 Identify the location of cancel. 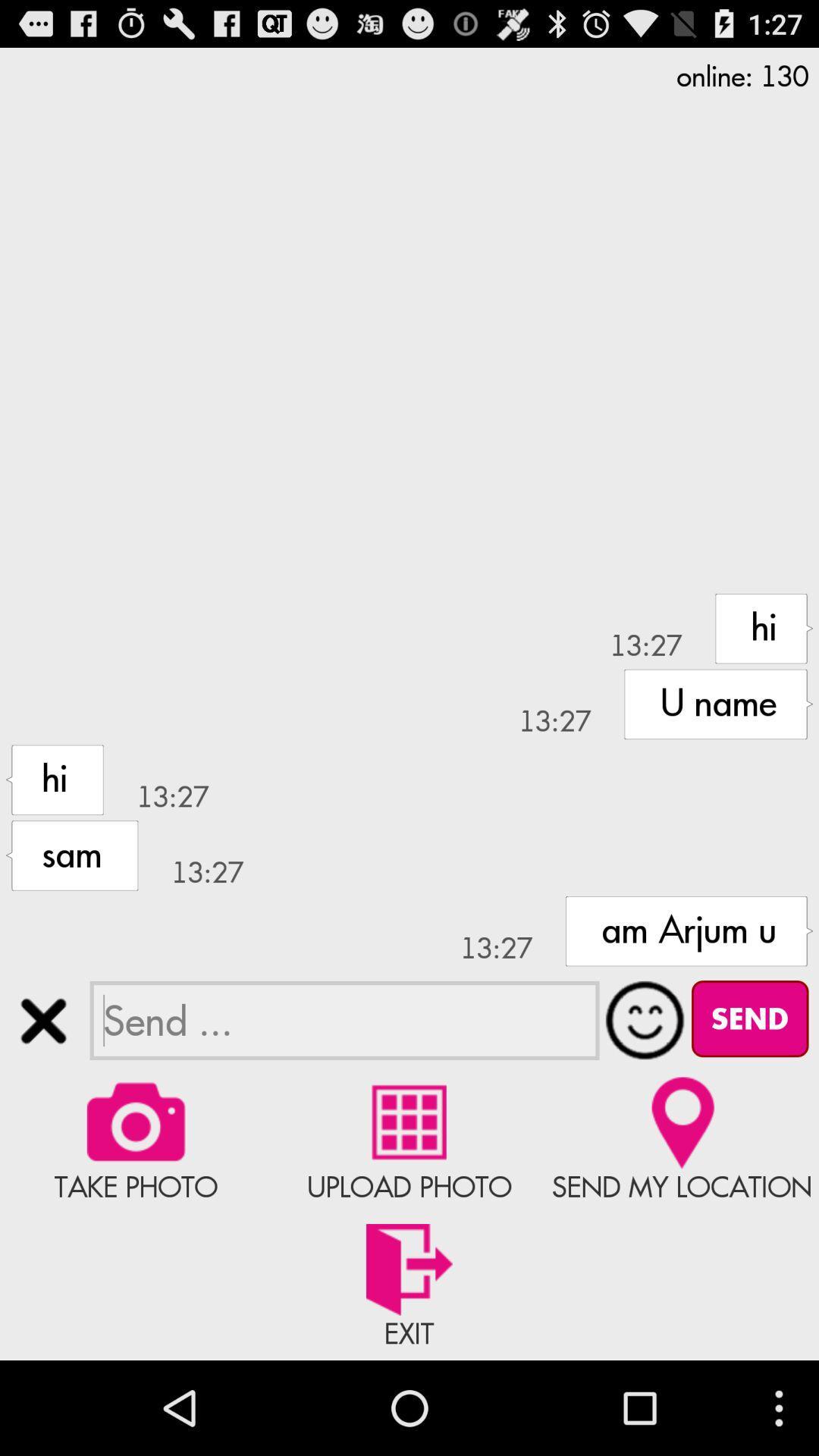
(42, 1021).